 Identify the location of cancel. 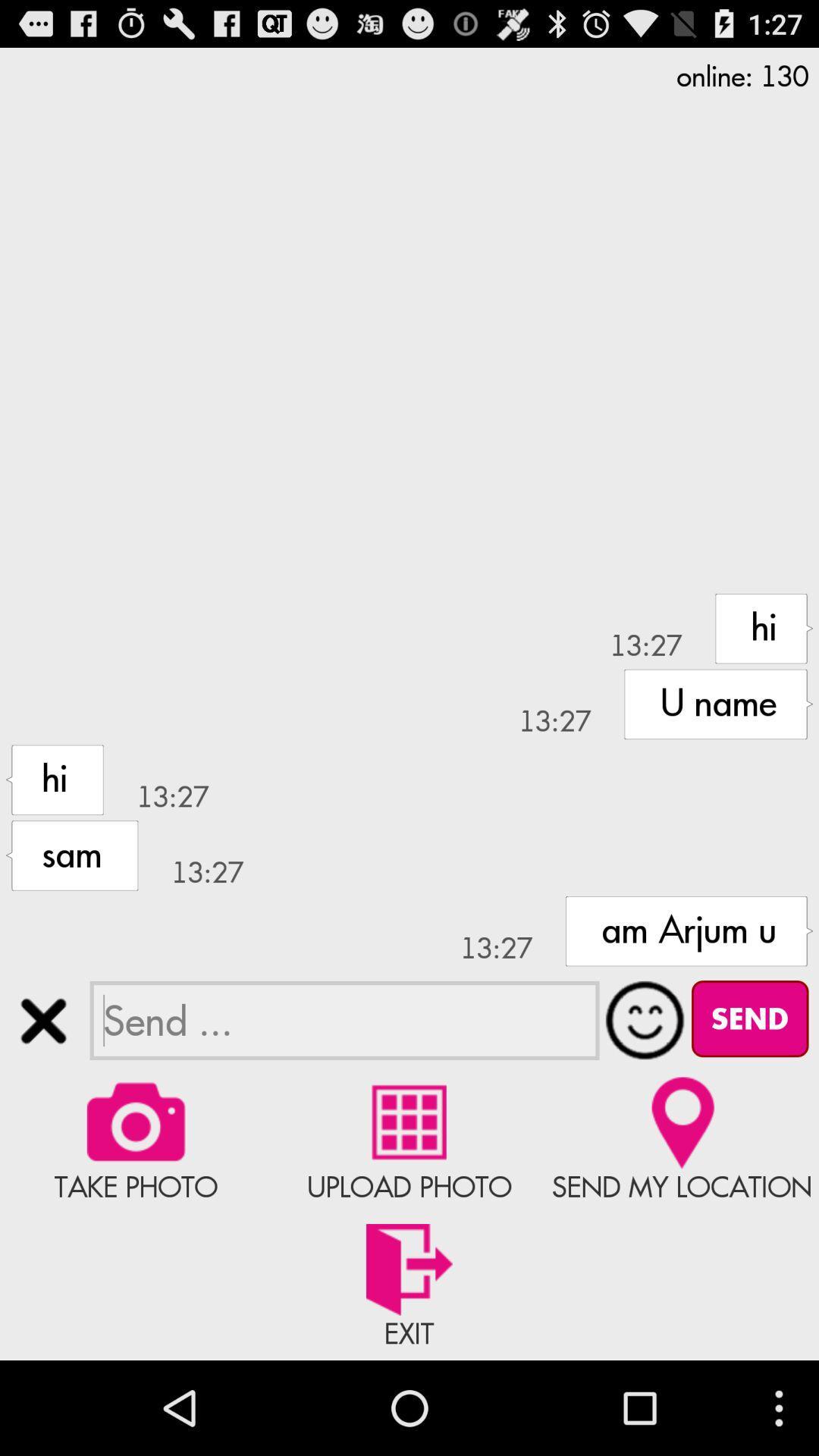
(42, 1021).